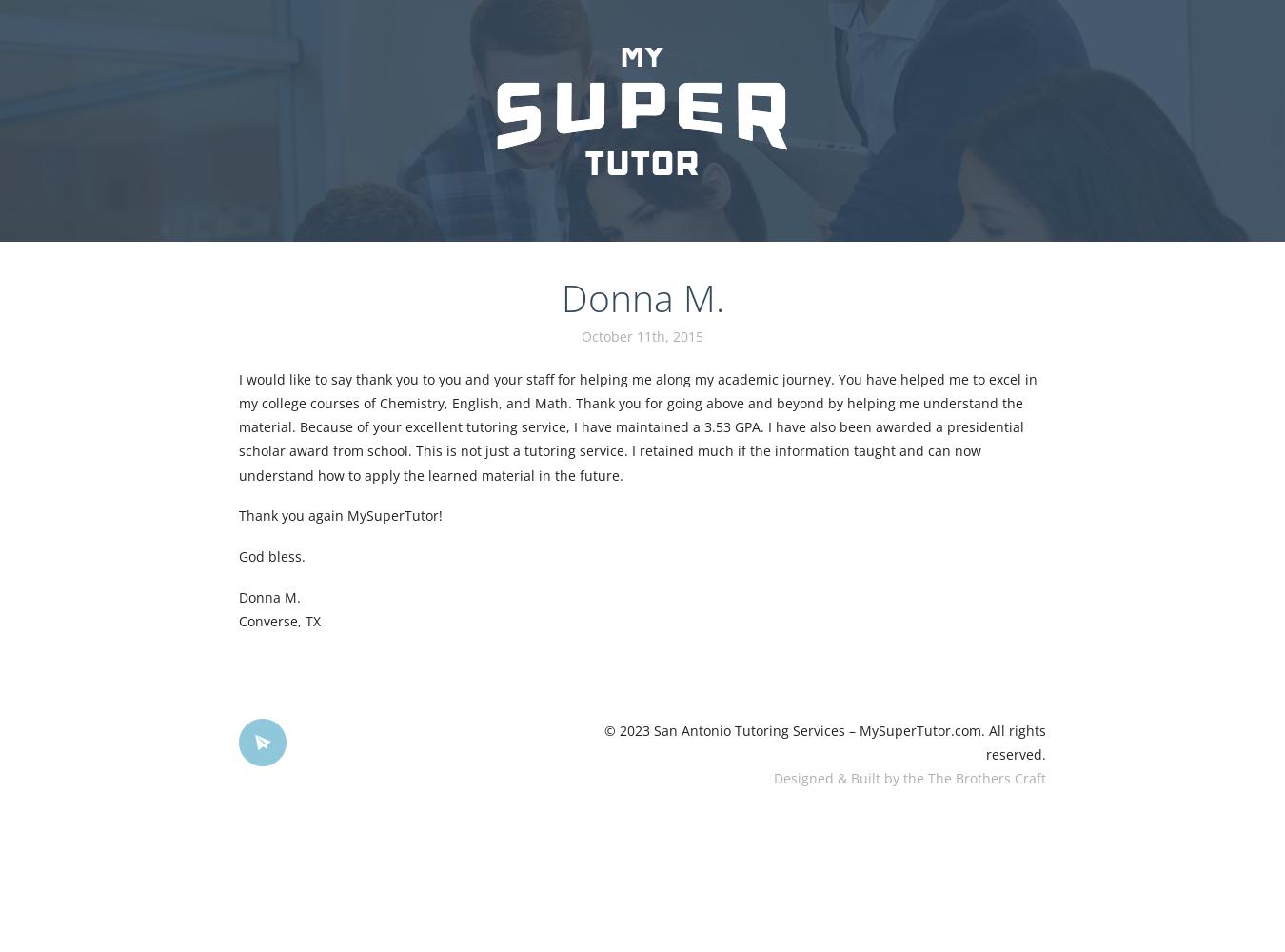 This screenshot has height=952, width=1285. What do you see at coordinates (269, 555) in the screenshot?
I see `'God bless.'` at bounding box center [269, 555].